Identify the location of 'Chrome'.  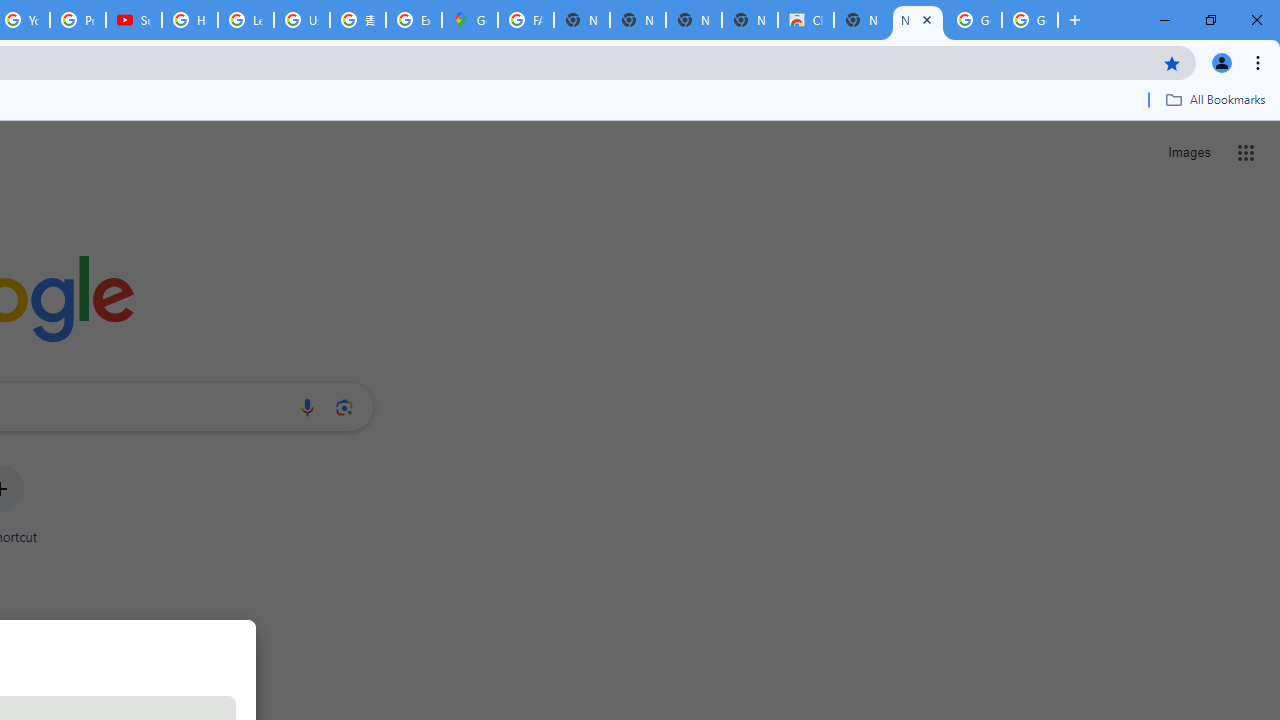
(1259, 61).